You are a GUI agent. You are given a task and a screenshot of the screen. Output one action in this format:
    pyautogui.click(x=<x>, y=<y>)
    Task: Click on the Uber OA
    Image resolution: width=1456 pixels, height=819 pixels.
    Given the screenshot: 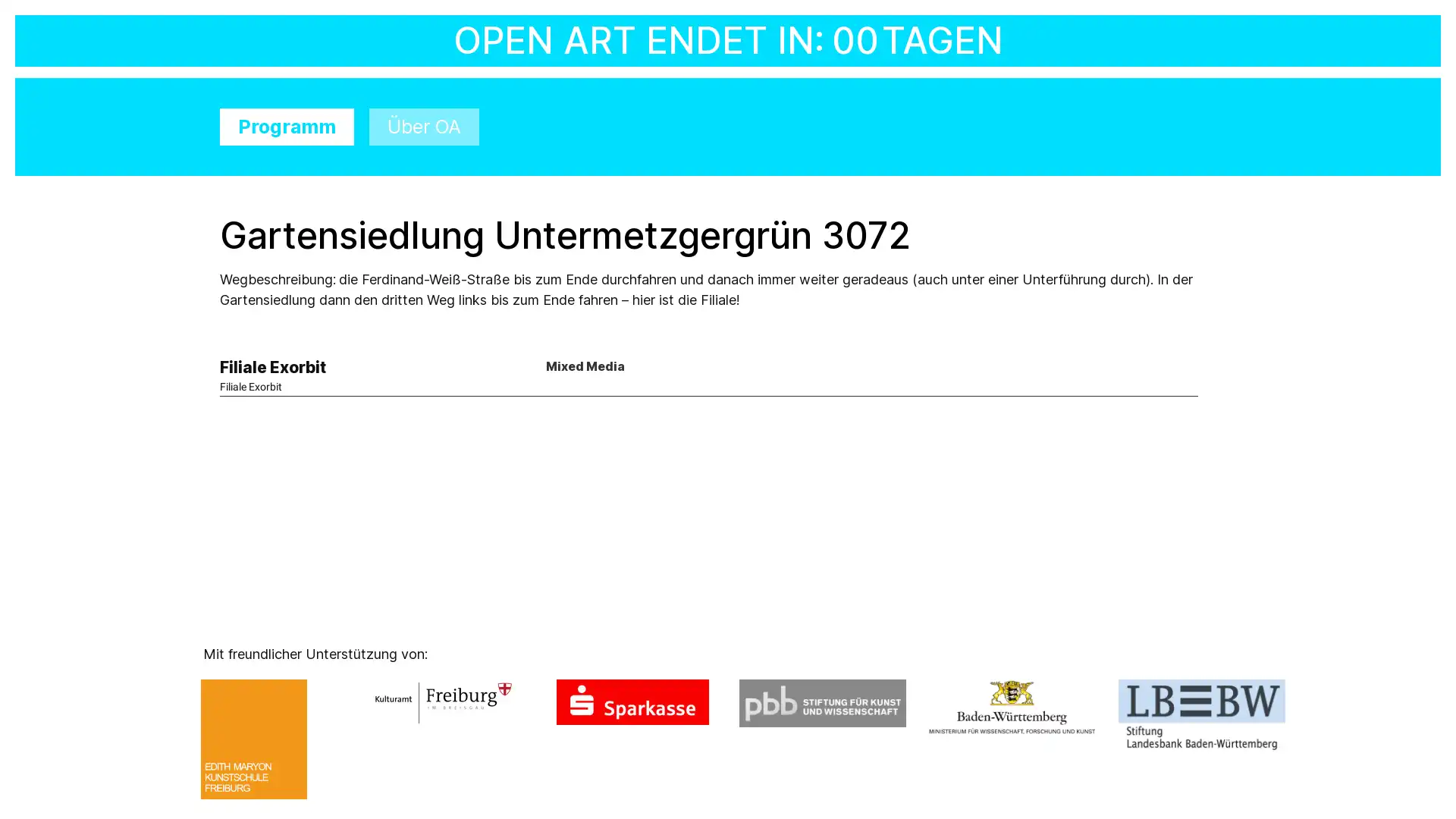 What is the action you would take?
    pyautogui.click(x=424, y=126)
    